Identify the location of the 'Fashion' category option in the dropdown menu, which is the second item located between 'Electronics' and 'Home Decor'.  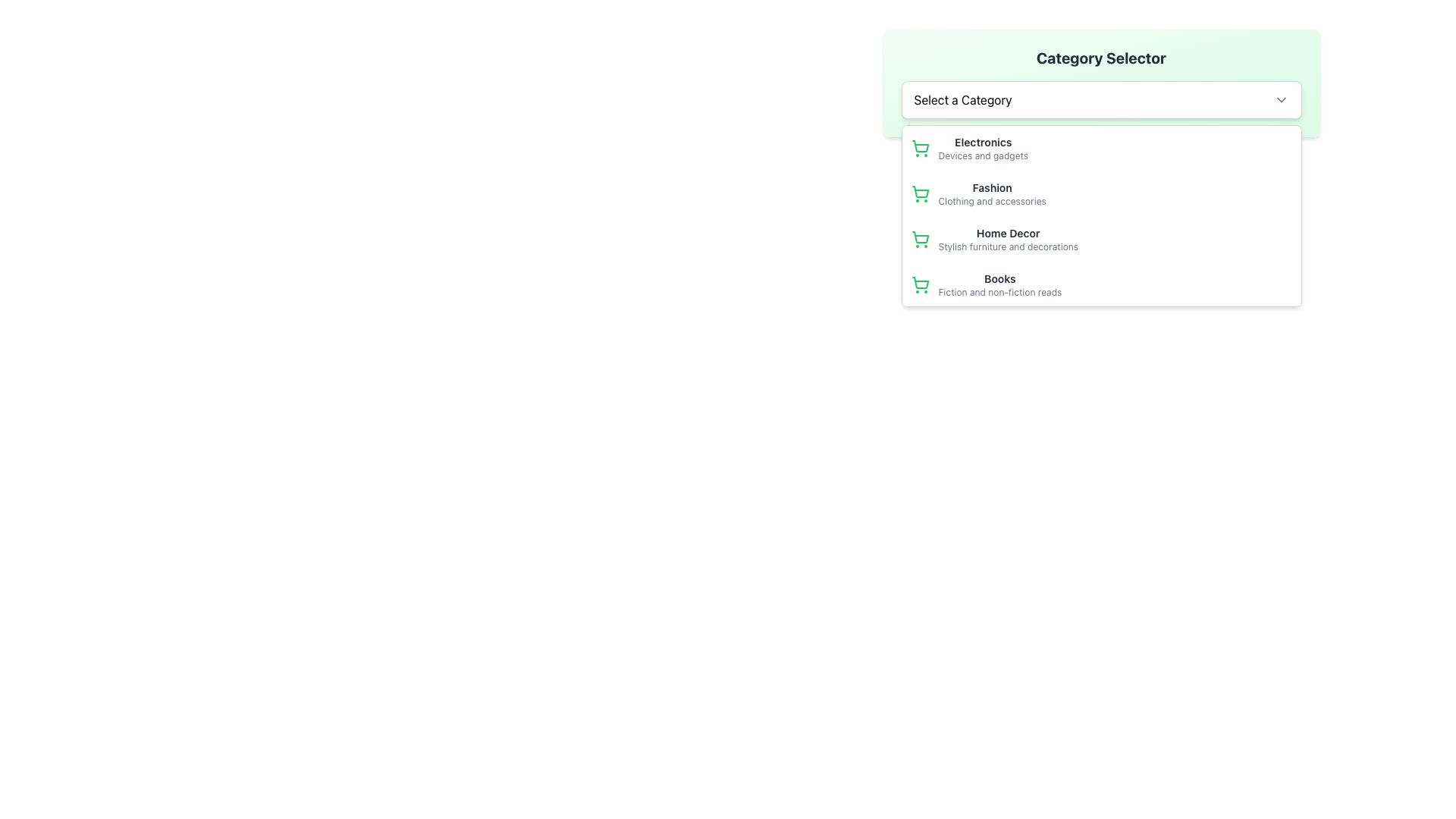
(1101, 193).